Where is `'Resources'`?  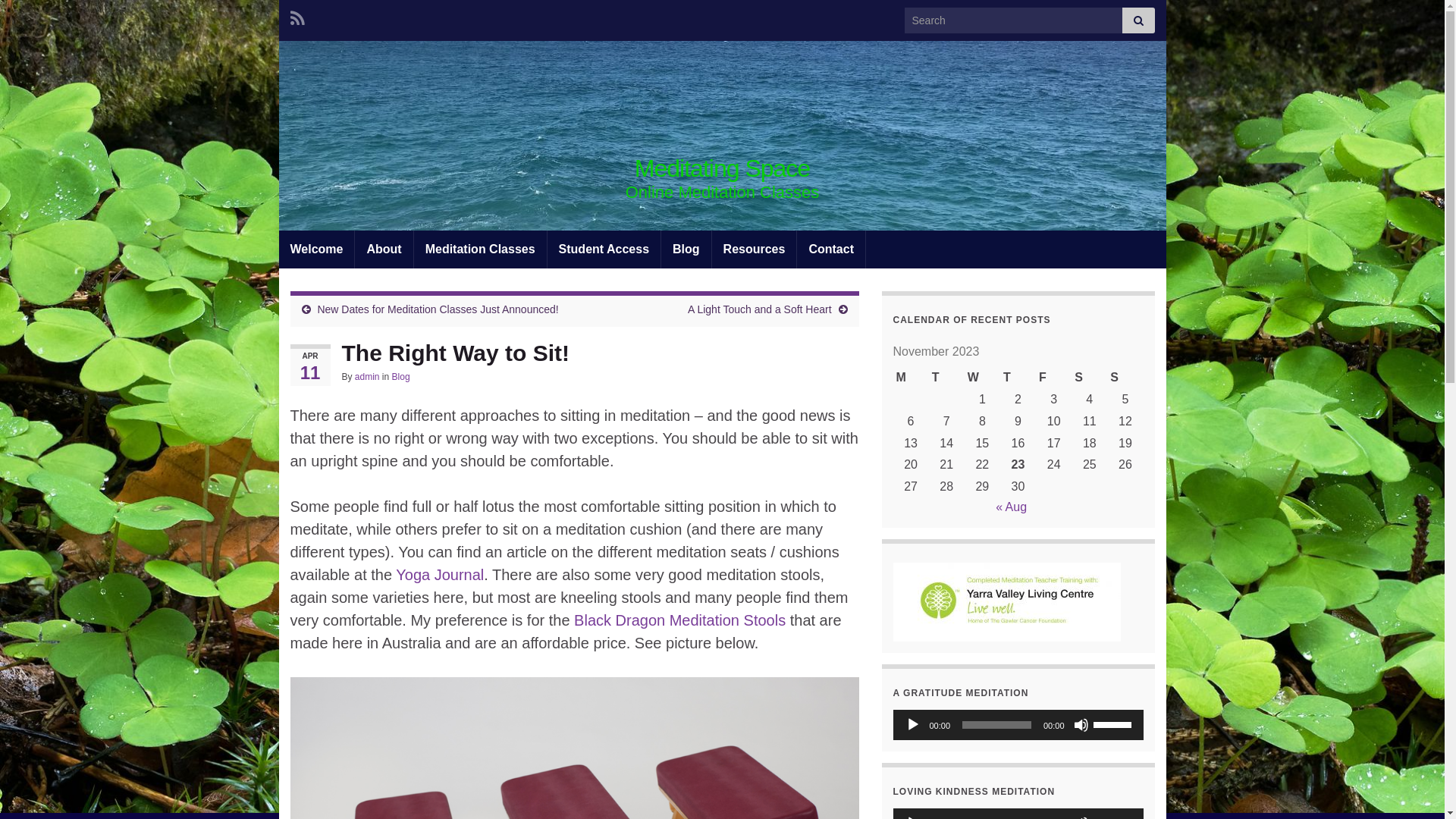
'Resources' is located at coordinates (754, 248).